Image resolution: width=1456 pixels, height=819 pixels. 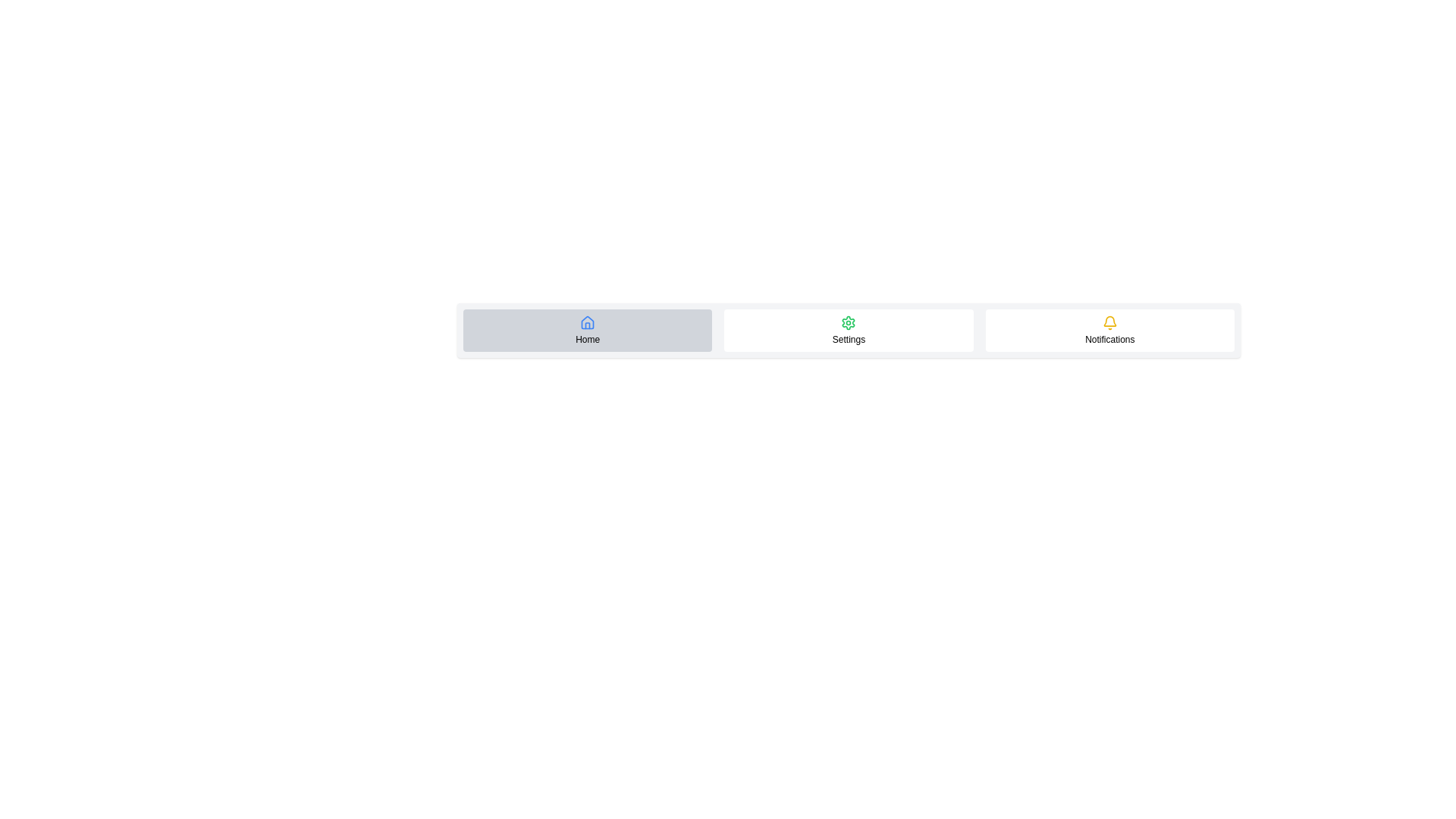 What do you see at coordinates (587, 338) in the screenshot?
I see `the 'Home' label in the navigation bar which indicates it leads to the 'Home' section of the application` at bounding box center [587, 338].